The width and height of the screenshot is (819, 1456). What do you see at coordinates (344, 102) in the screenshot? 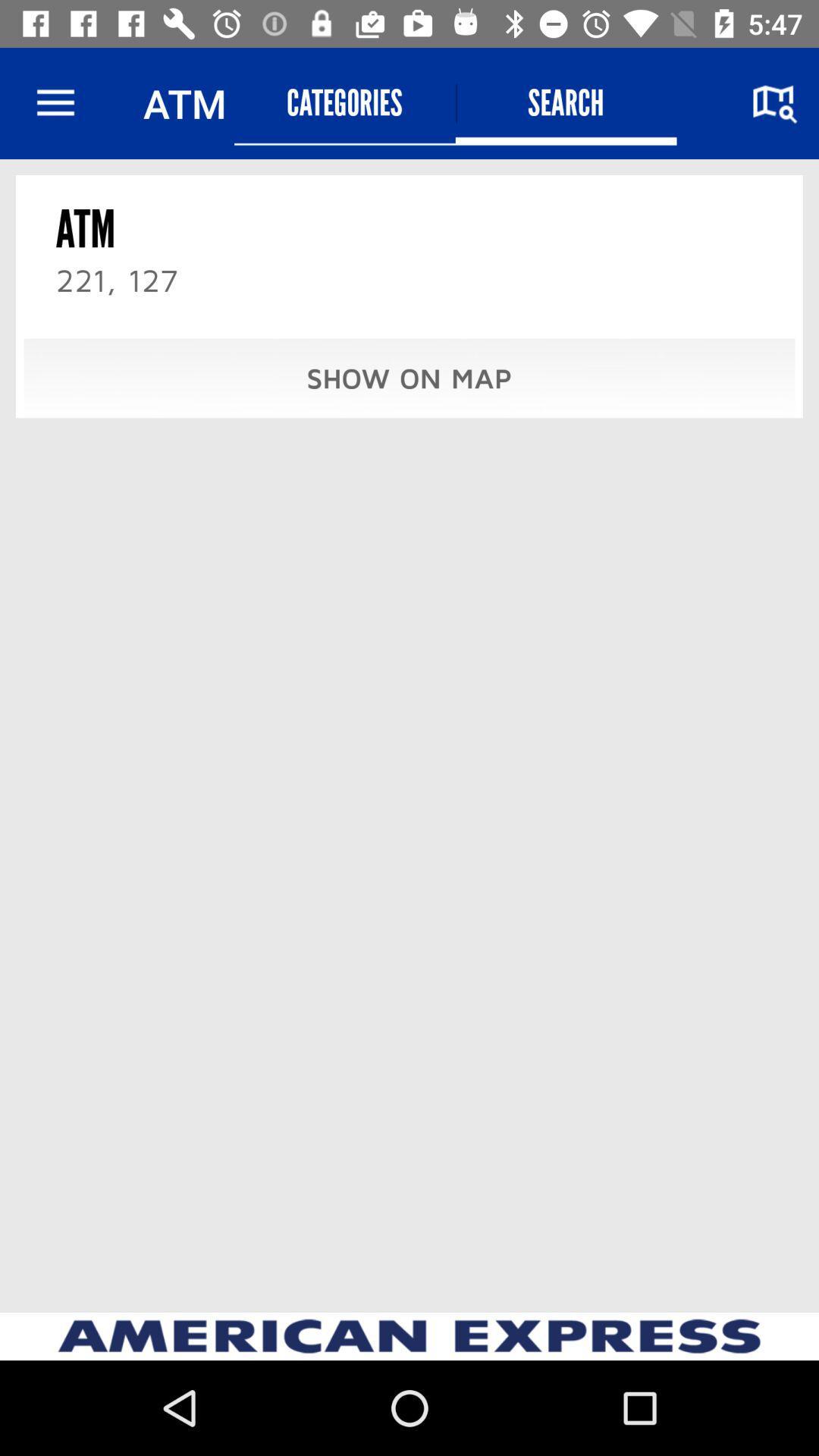
I see `the item next to search` at bounding box center [344, 102].